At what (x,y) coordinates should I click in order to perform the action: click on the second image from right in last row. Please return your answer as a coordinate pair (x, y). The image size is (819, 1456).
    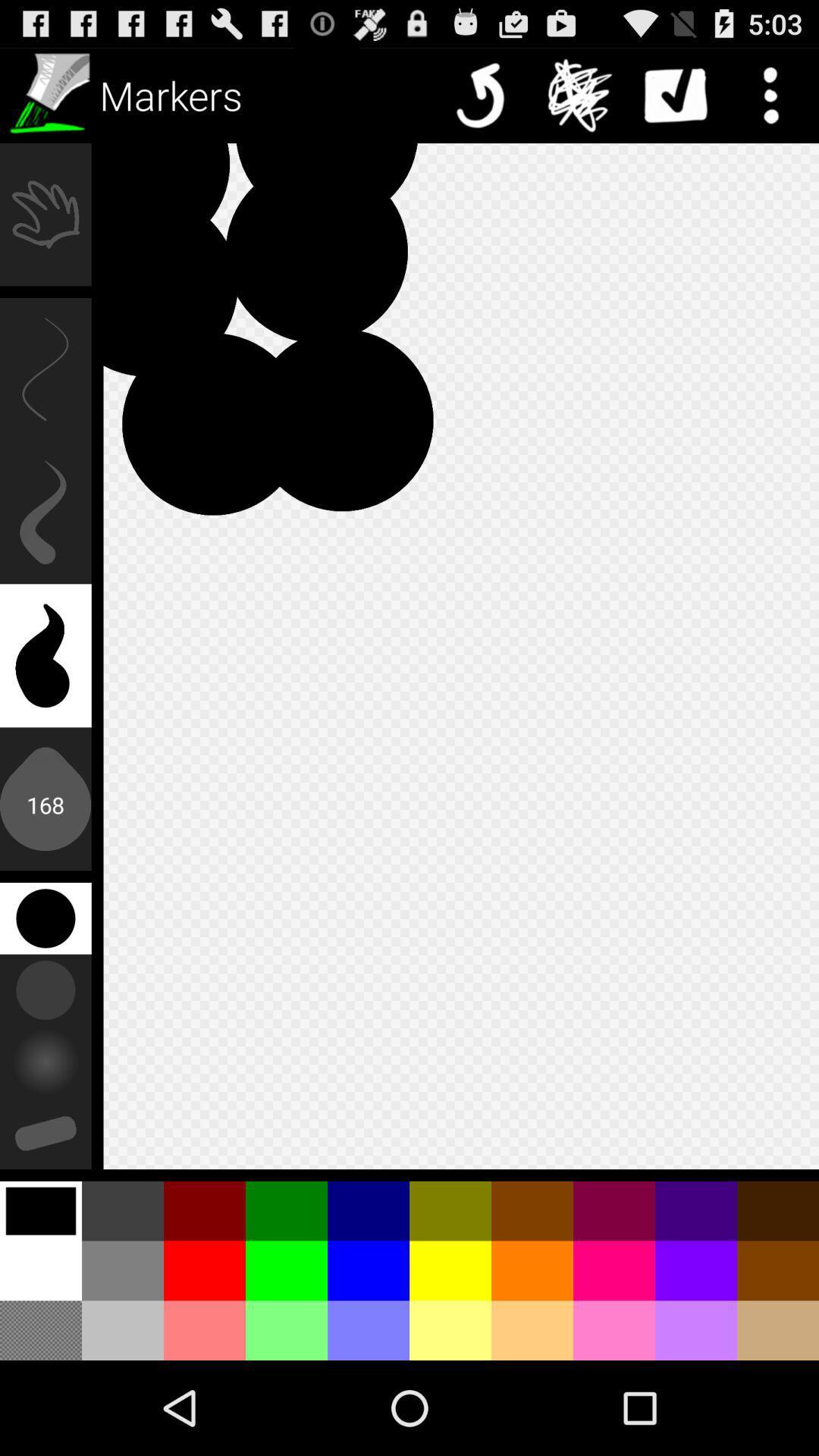
    Looking at the image, I should click on (696, 1329).